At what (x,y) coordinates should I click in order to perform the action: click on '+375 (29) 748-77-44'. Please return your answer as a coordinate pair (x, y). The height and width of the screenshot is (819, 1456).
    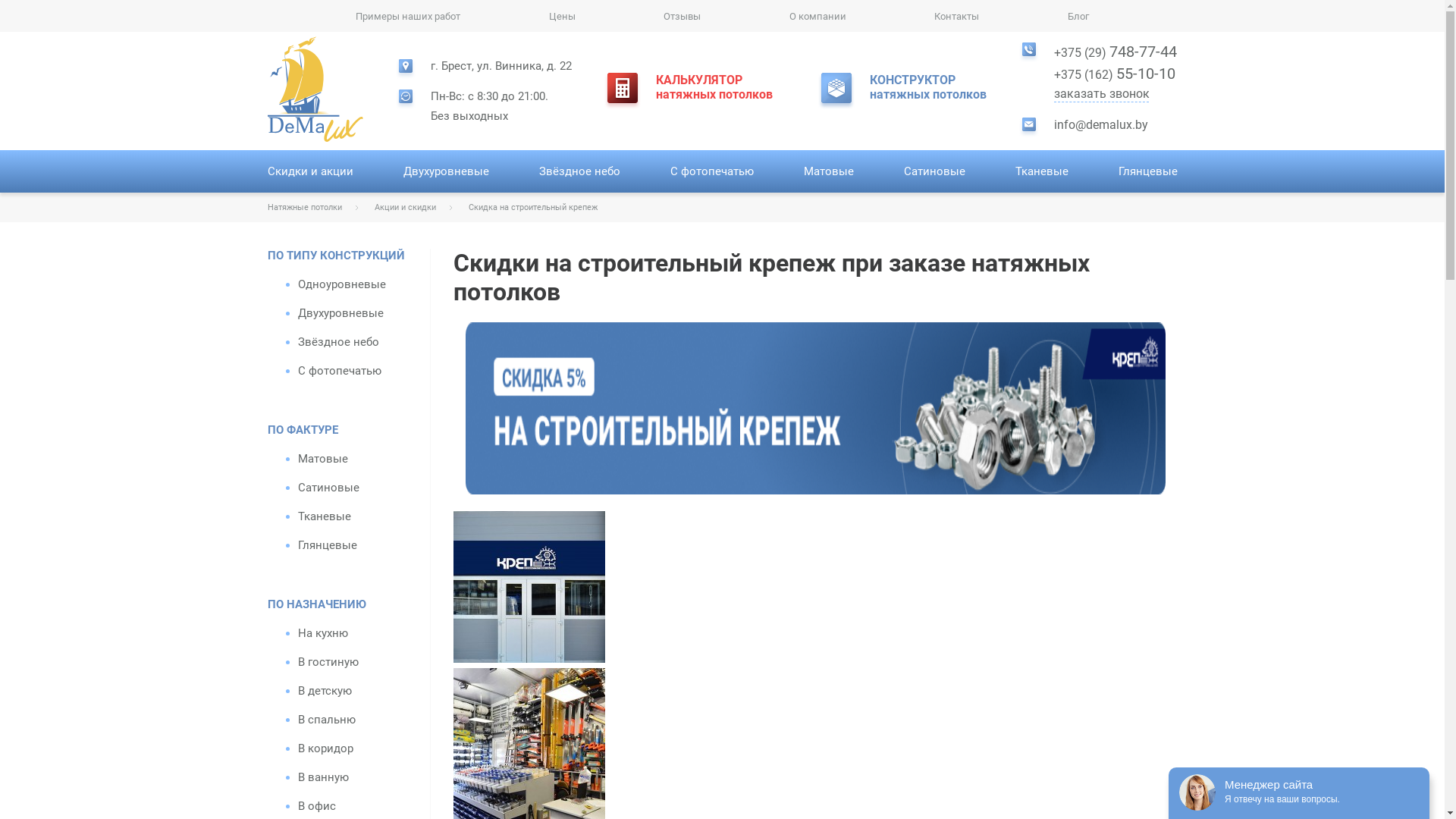
    Looking at the image, I should click on (1053, 51).